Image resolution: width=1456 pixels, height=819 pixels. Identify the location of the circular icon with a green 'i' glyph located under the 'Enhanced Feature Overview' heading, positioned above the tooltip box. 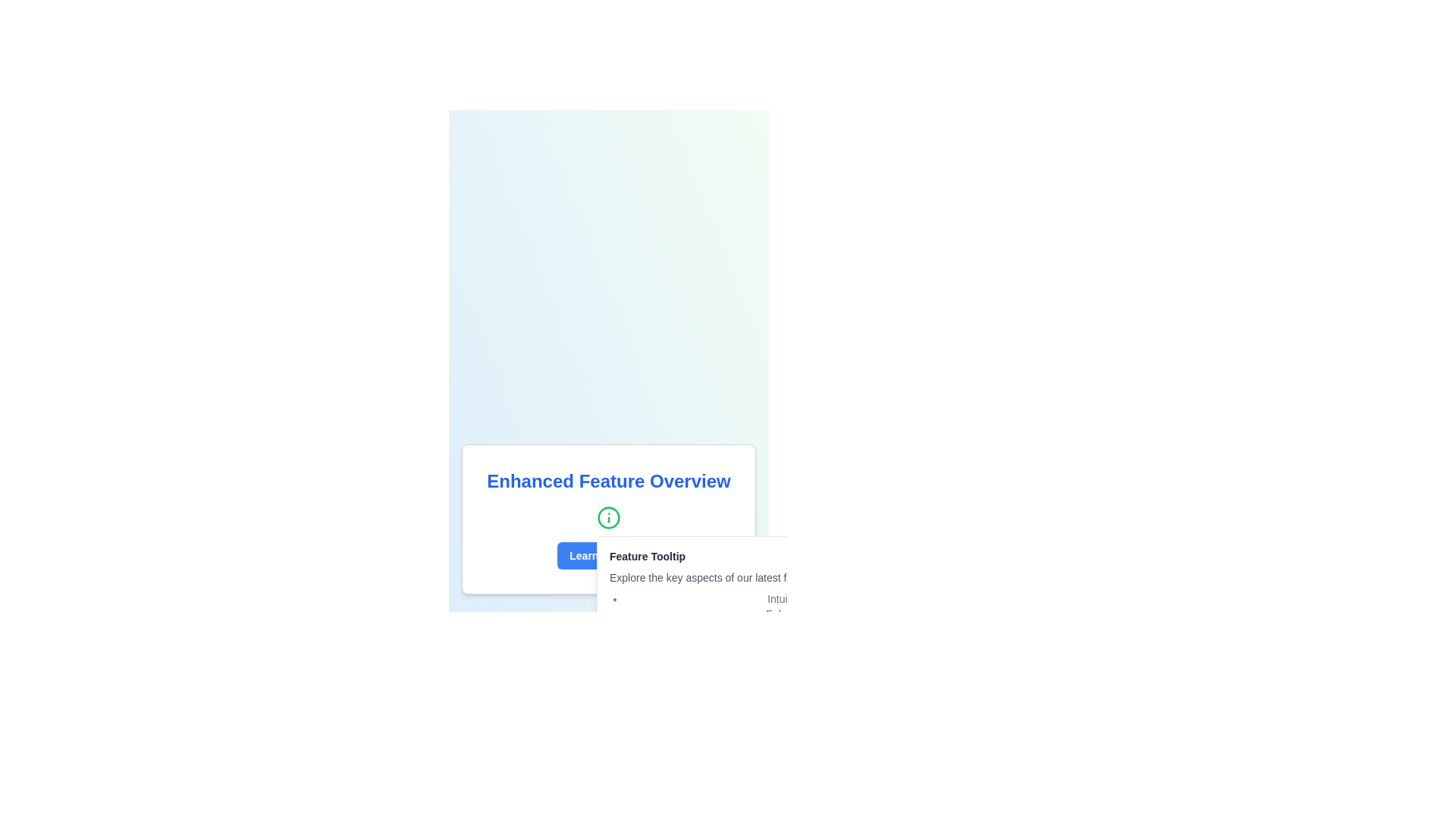
(608, 516).